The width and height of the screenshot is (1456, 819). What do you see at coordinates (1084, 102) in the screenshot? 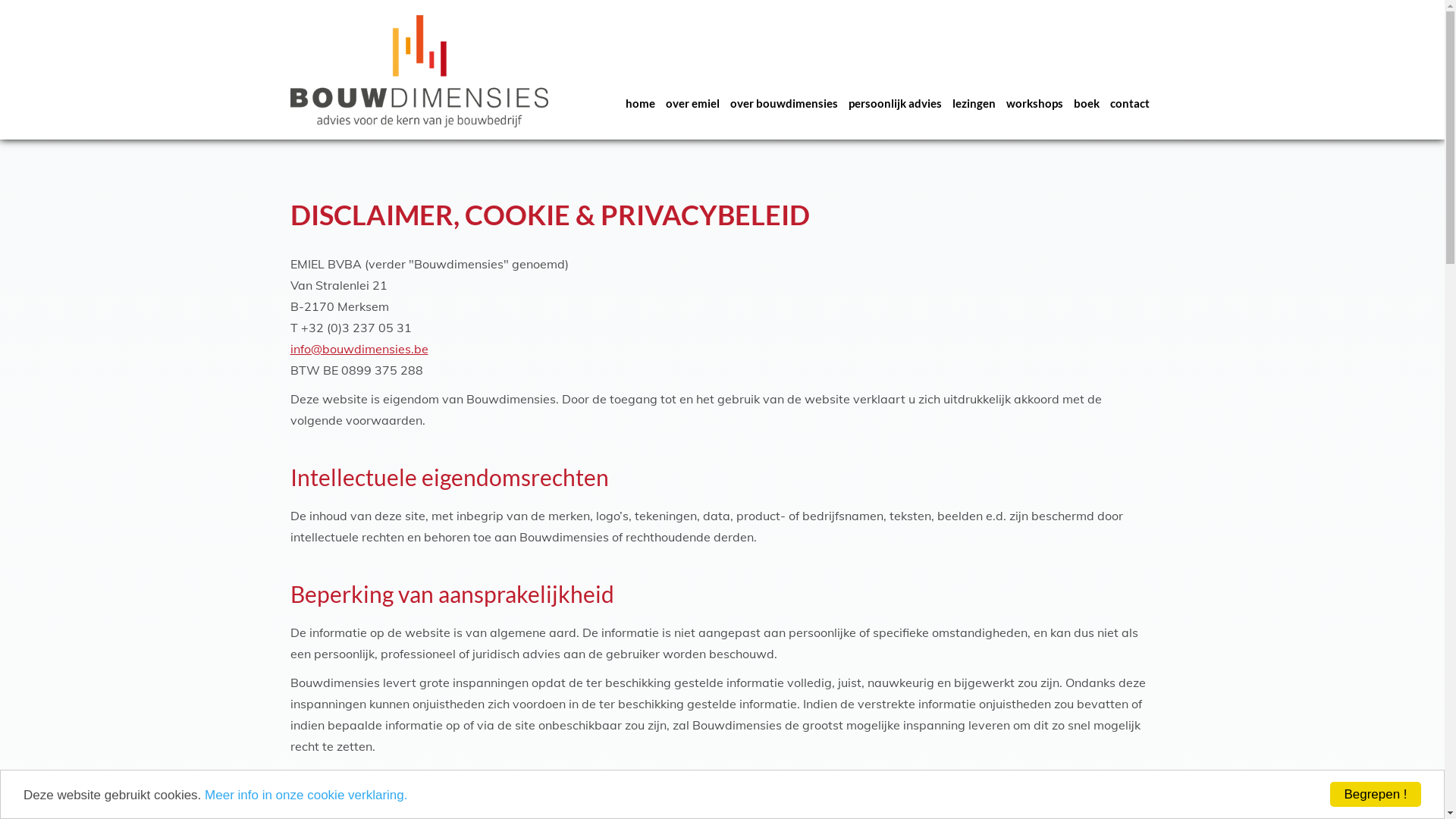
I see `'boek'` at bounding box center [1084, 102].